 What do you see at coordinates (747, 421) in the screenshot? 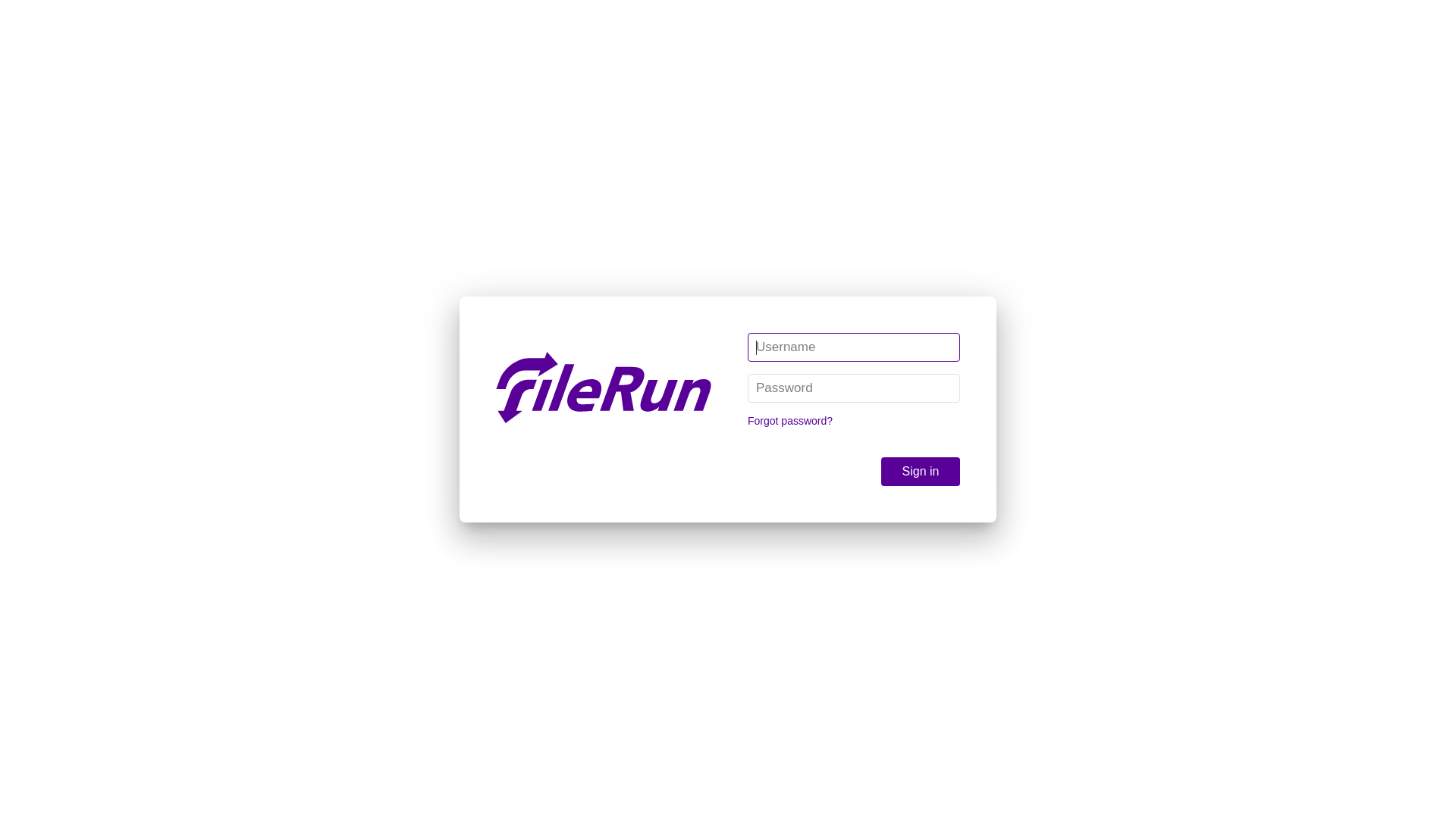
I see `'Forgot password?'` at bounding box center [747, 421].